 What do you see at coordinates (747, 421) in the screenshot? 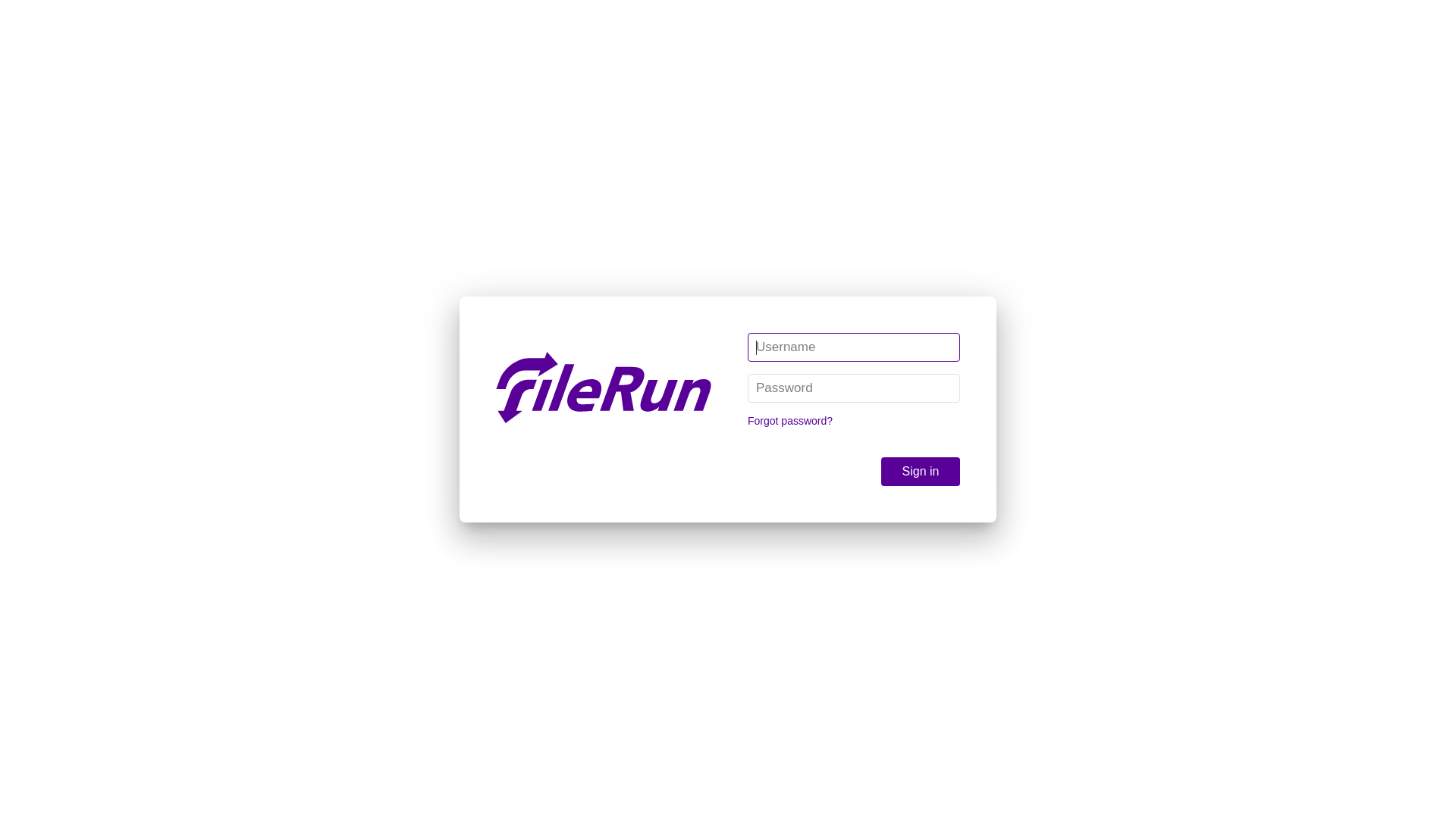
I see `'Forgot password?'` at bounding box center [747, 421].